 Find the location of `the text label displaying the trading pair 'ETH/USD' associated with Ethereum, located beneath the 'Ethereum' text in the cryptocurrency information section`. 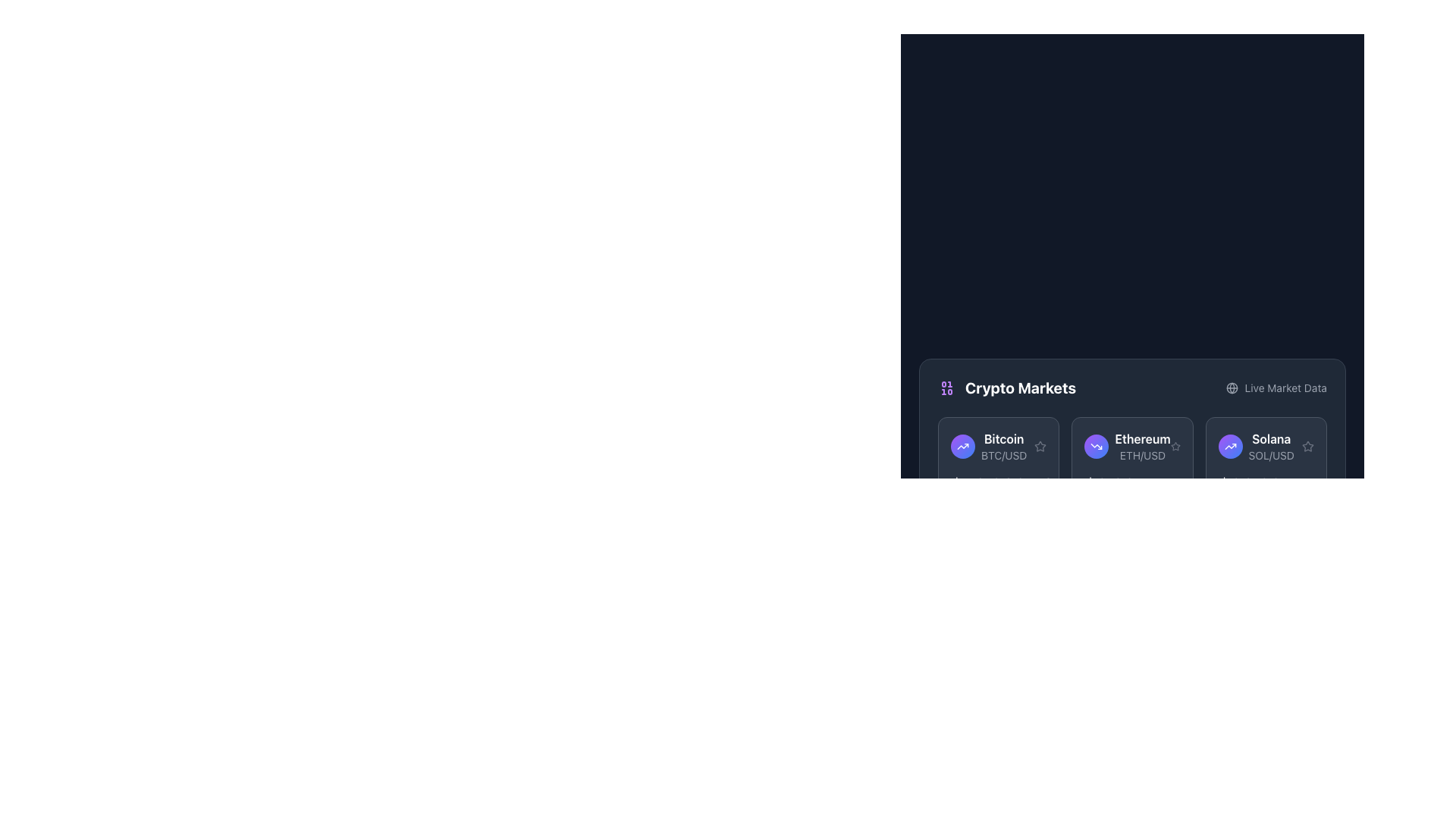

the text label displaying the trading pair 'ETH/USD' associated with Ethereum, located beneath the 'Ethereum' text in the cryptocurrency information section is located at coordinates (1143, 455).